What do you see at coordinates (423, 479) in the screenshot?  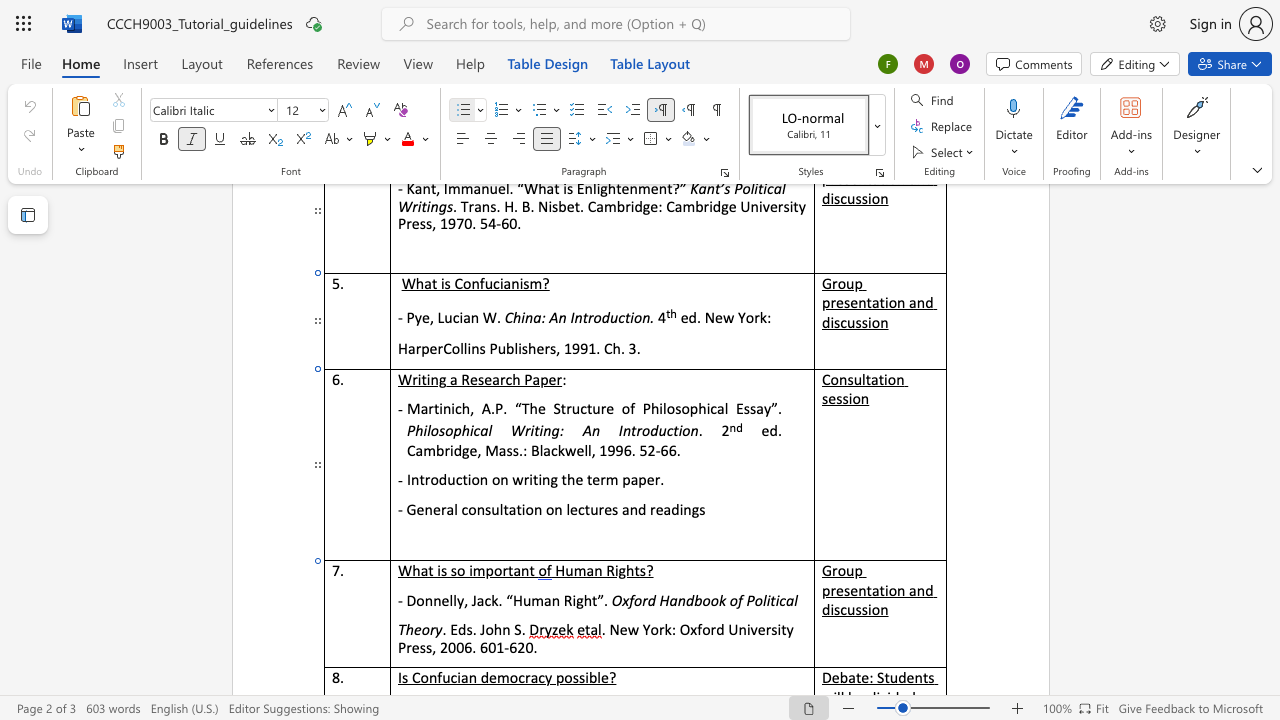 I see `the space between the continuous character "t" and "r" in the text` at bounding box center [423, 479].